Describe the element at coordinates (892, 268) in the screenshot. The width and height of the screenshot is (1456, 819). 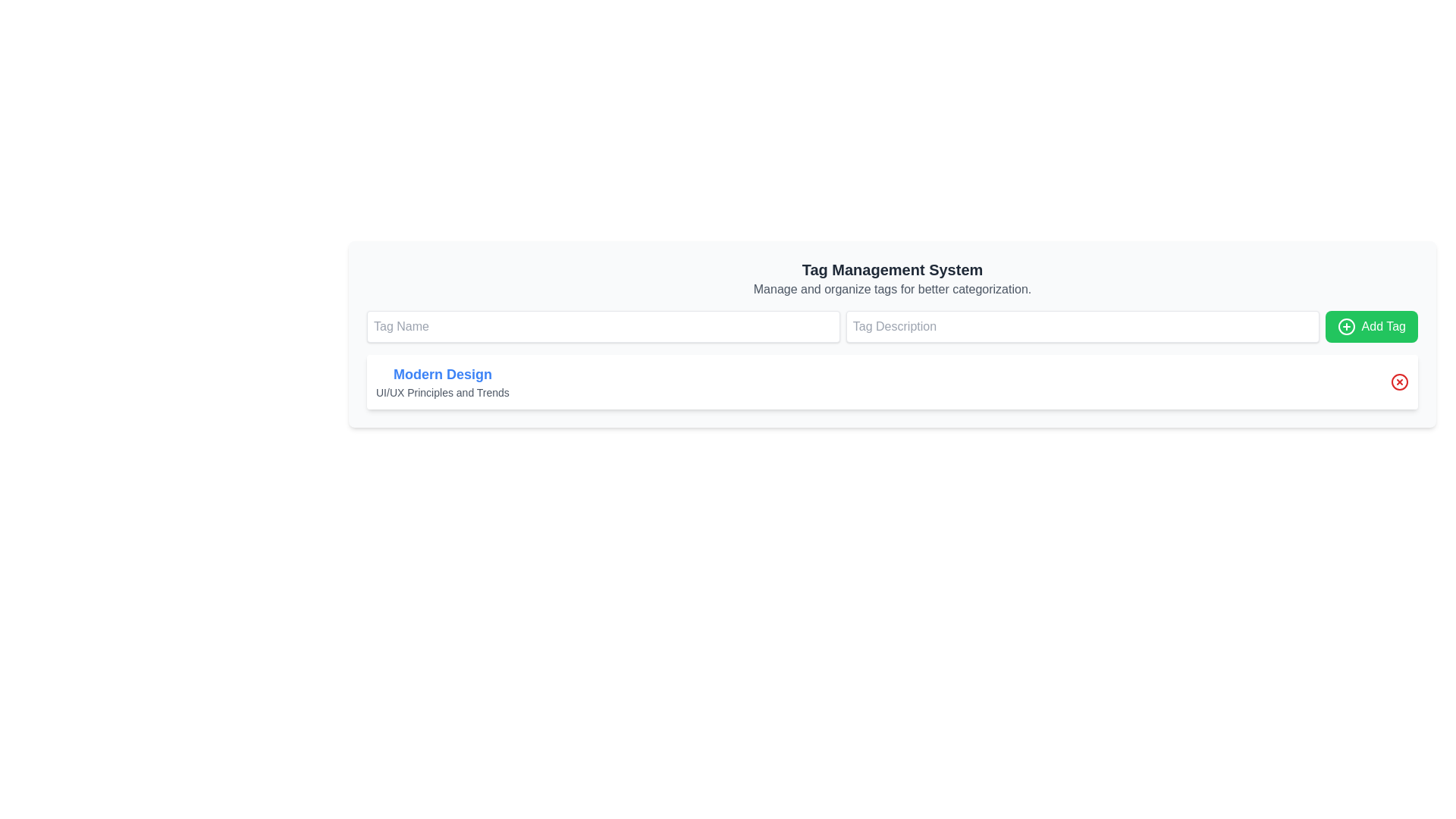
I see `the 'Tag Management System' text label, which is styled in bold, extra-large dark-gray font and serves as a header located at the top of the content area` at that location.